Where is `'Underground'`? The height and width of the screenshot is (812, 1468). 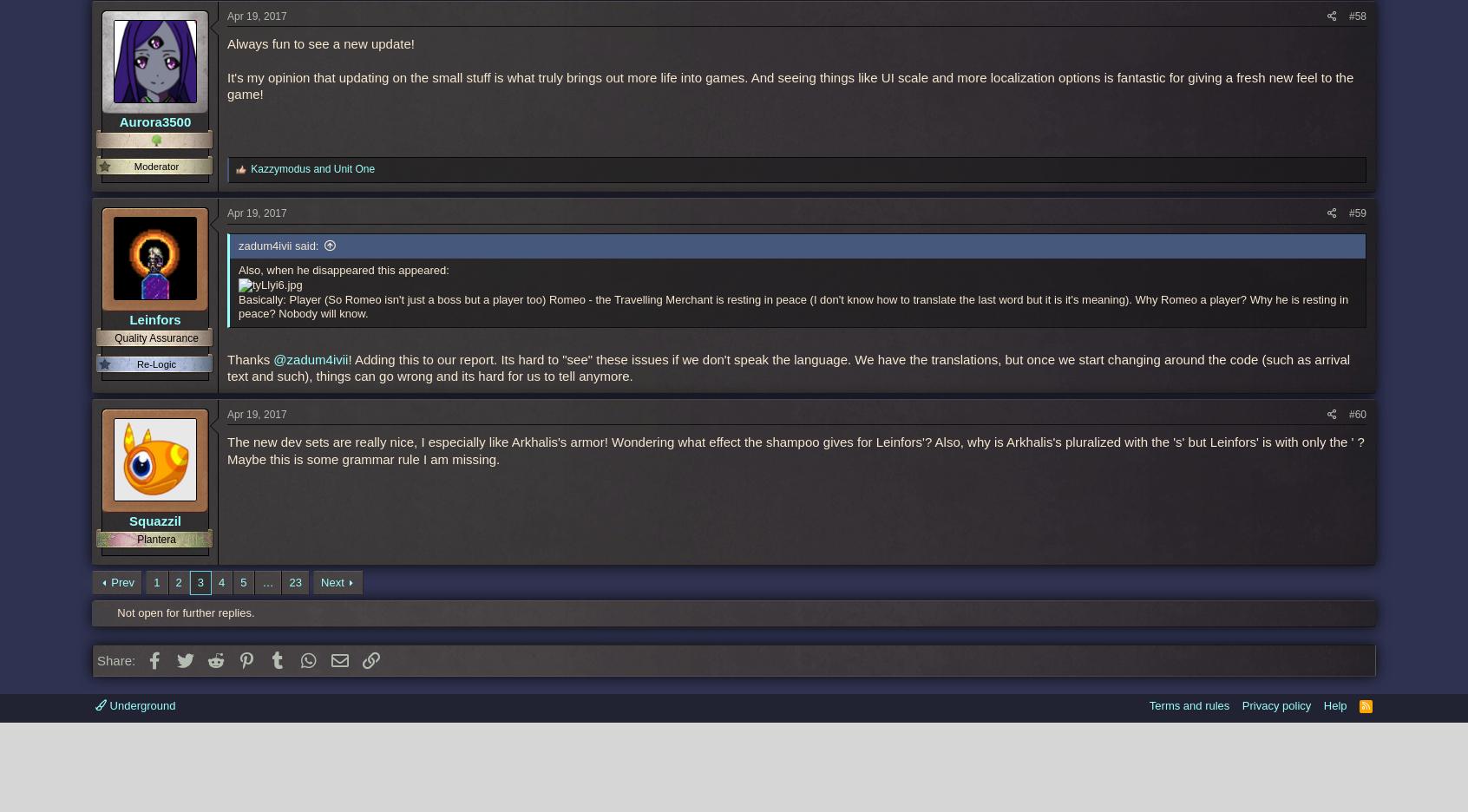
'Underground' is located at coordinates (140, 704).